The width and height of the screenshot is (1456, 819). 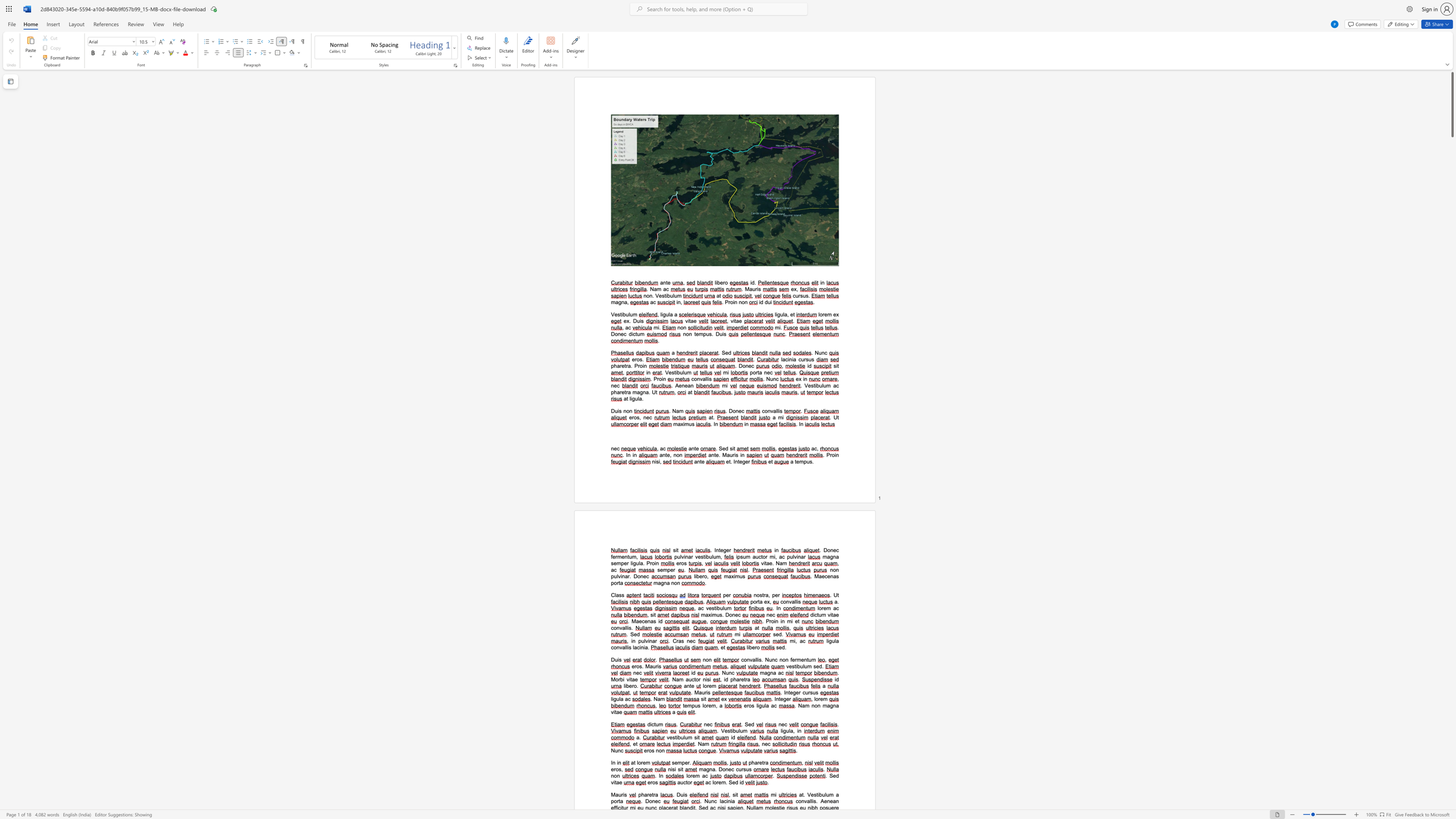 I want to click on the space between the continuous character "M" and "o" in the text, so click(x=615, y=679).